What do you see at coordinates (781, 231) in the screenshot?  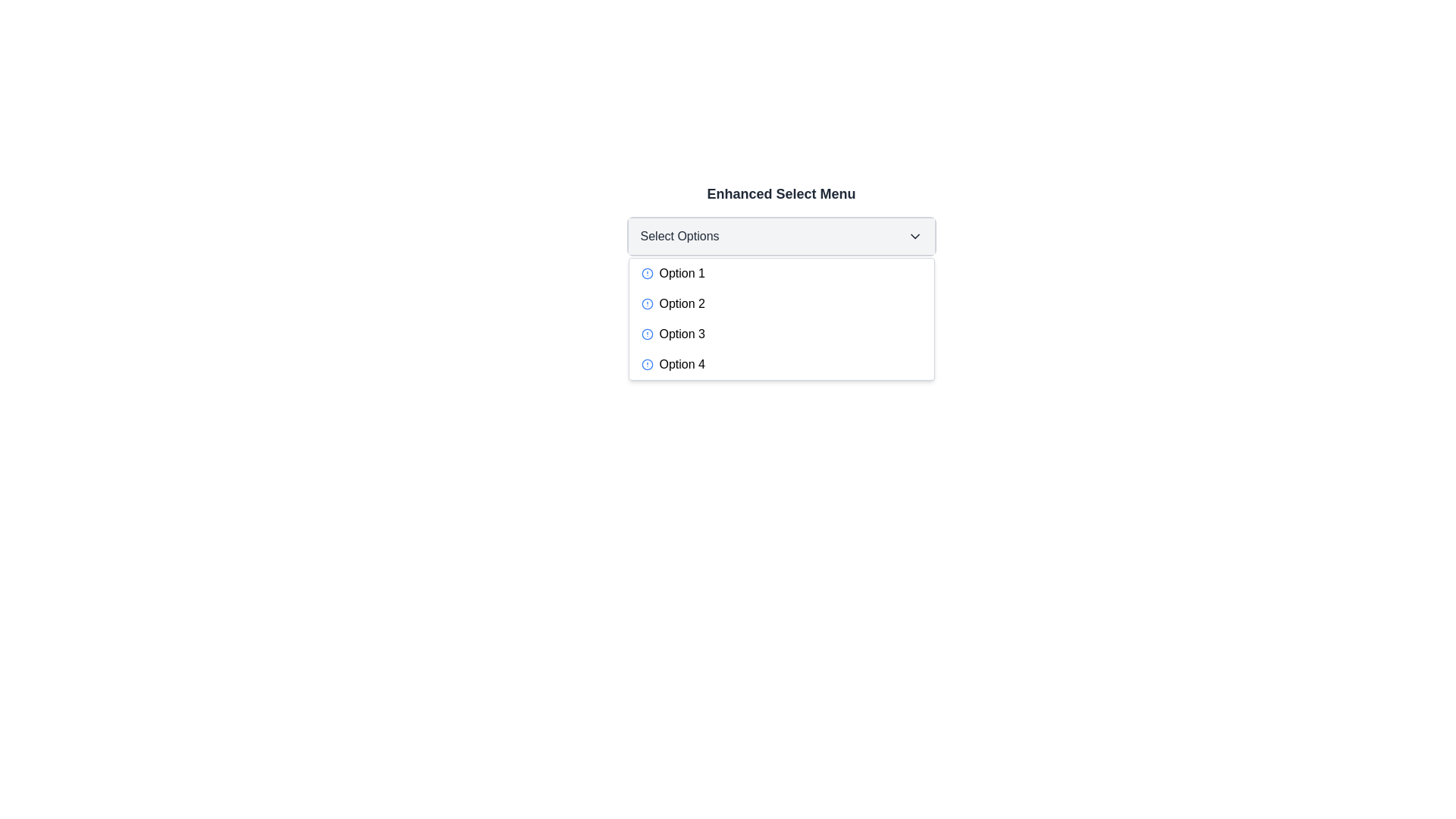 I see `the centrally positioned Dropdown Menu titled 'Enhanced Select Menu'` at bounding box center [781, 231].